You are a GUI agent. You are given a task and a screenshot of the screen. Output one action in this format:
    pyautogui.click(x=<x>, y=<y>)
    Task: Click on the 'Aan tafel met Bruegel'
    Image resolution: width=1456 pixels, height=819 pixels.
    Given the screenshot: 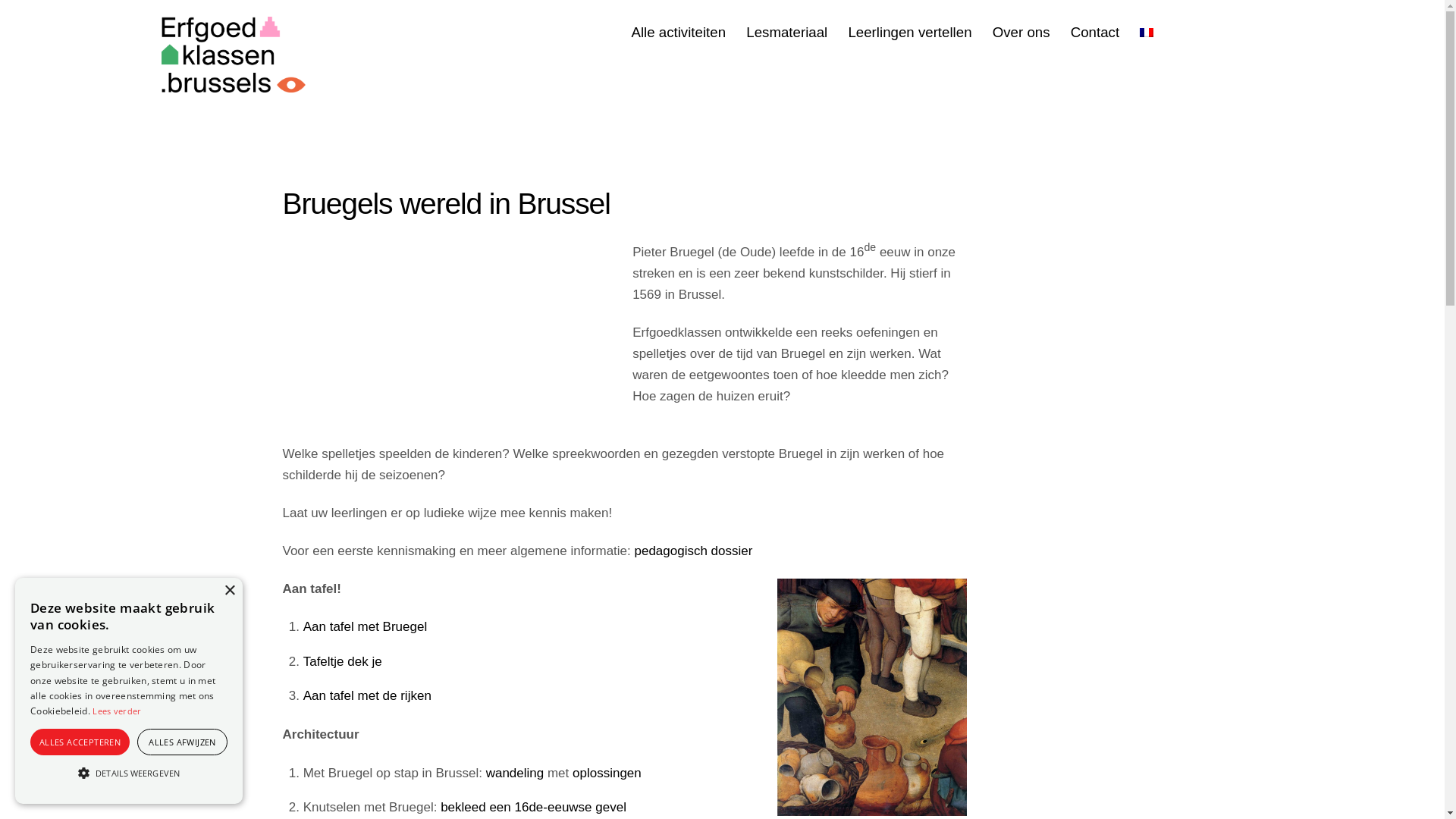 What is the action you would take?
    pyautogui.click(x=365, y=626)
    